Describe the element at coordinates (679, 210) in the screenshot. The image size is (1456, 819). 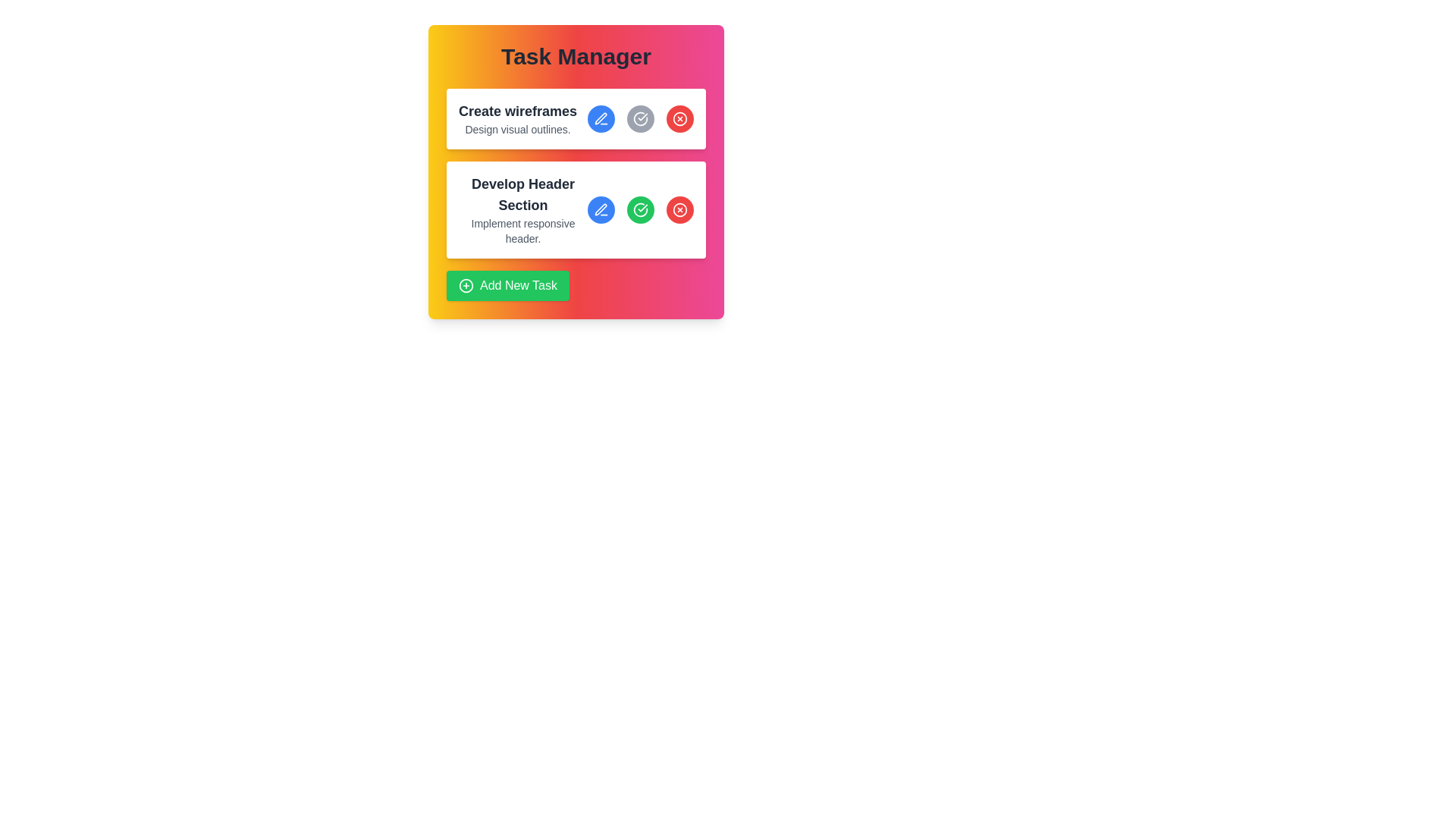
I see `the delete button located in the bottom-right section of the second task row titled 'Develop Header Section'` at that location.